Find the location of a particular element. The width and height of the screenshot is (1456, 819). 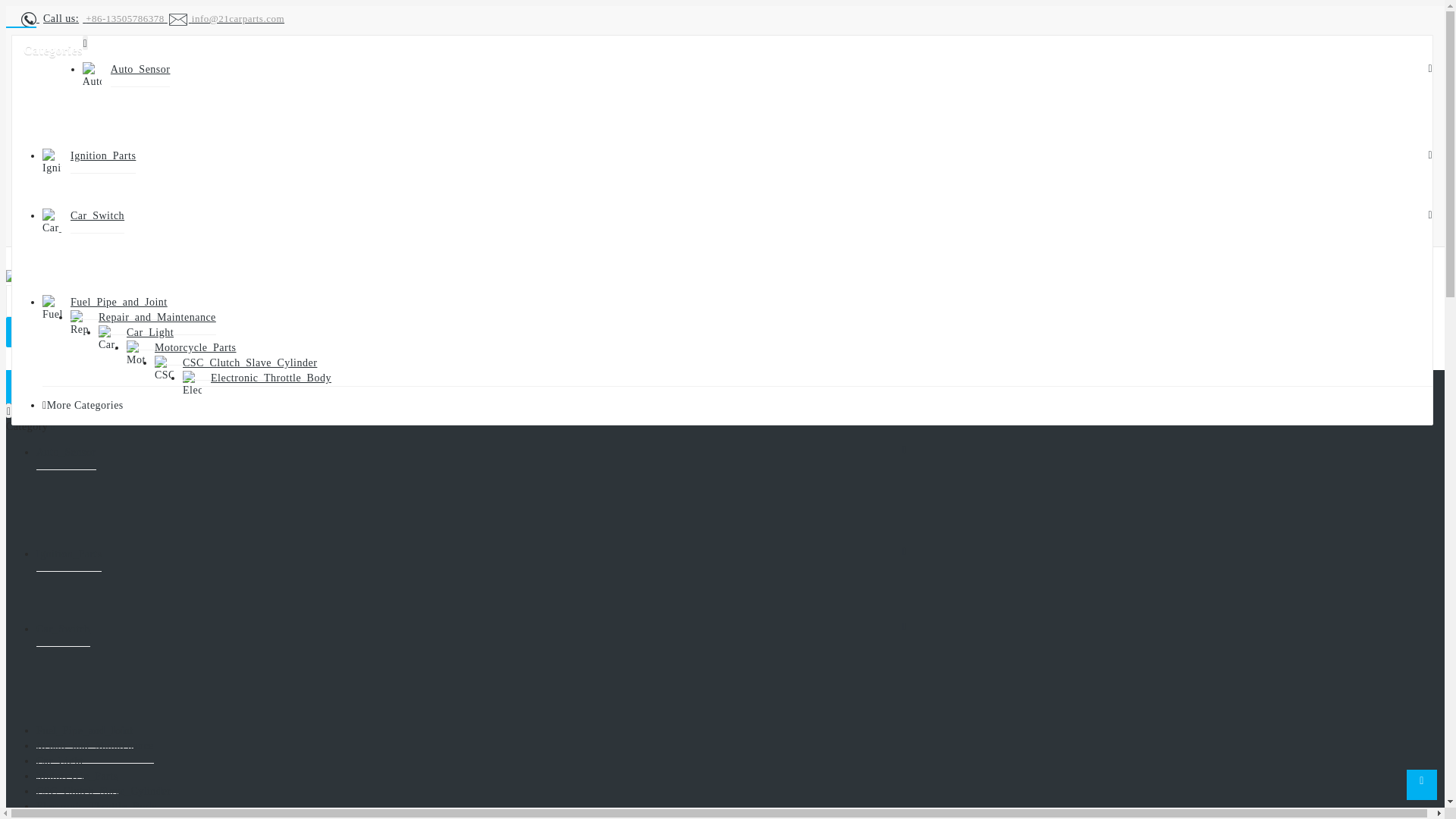

'Motorcycle_Parts' is located at coordinates (154, 348).